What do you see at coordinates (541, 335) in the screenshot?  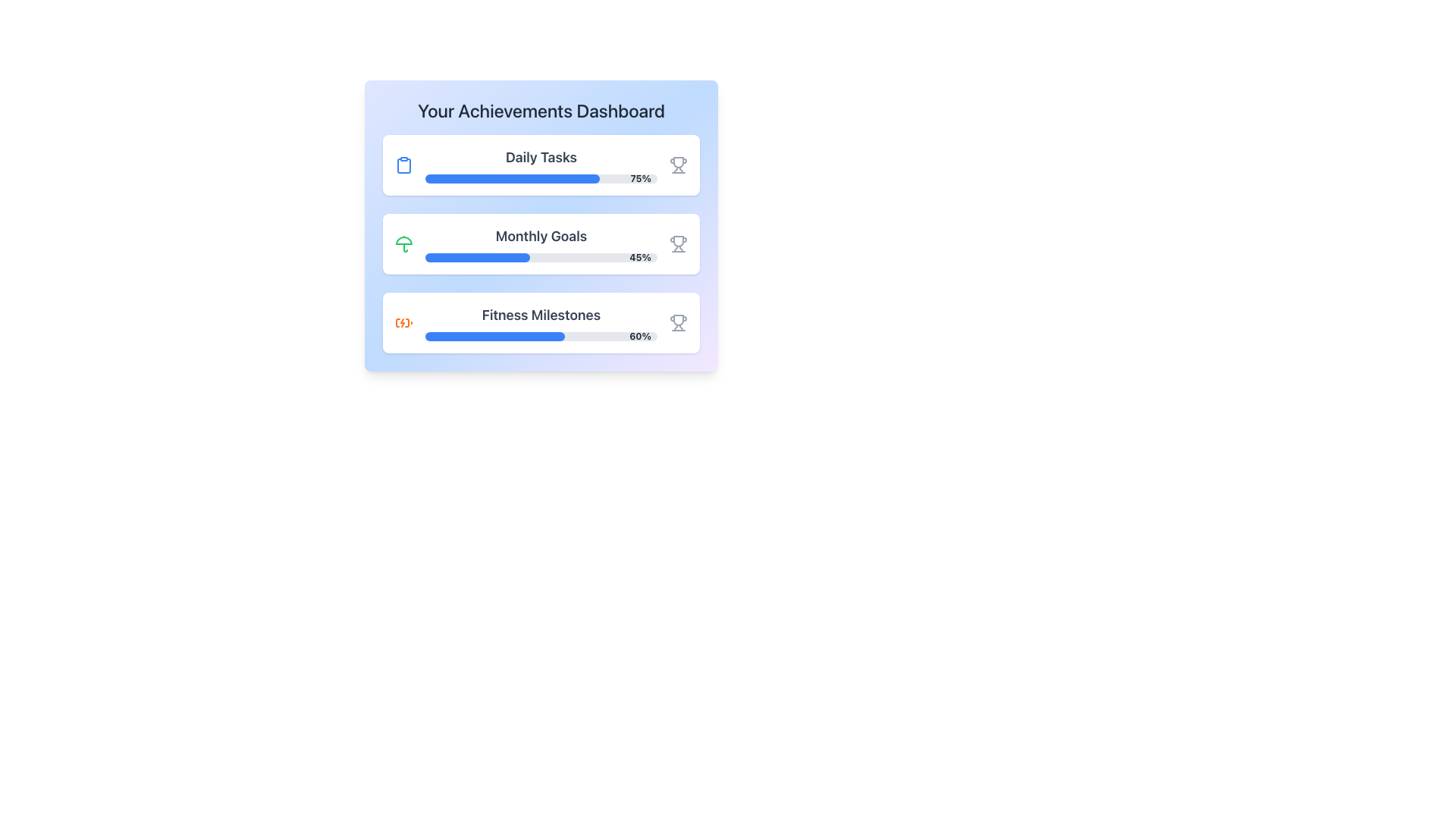 I see `the completion percentage of the third progress bar in the 'Fitness Milestones' section, located at the bottom of the 'Your Achievements Dashboard' panel` at bounding box center [541, 335].